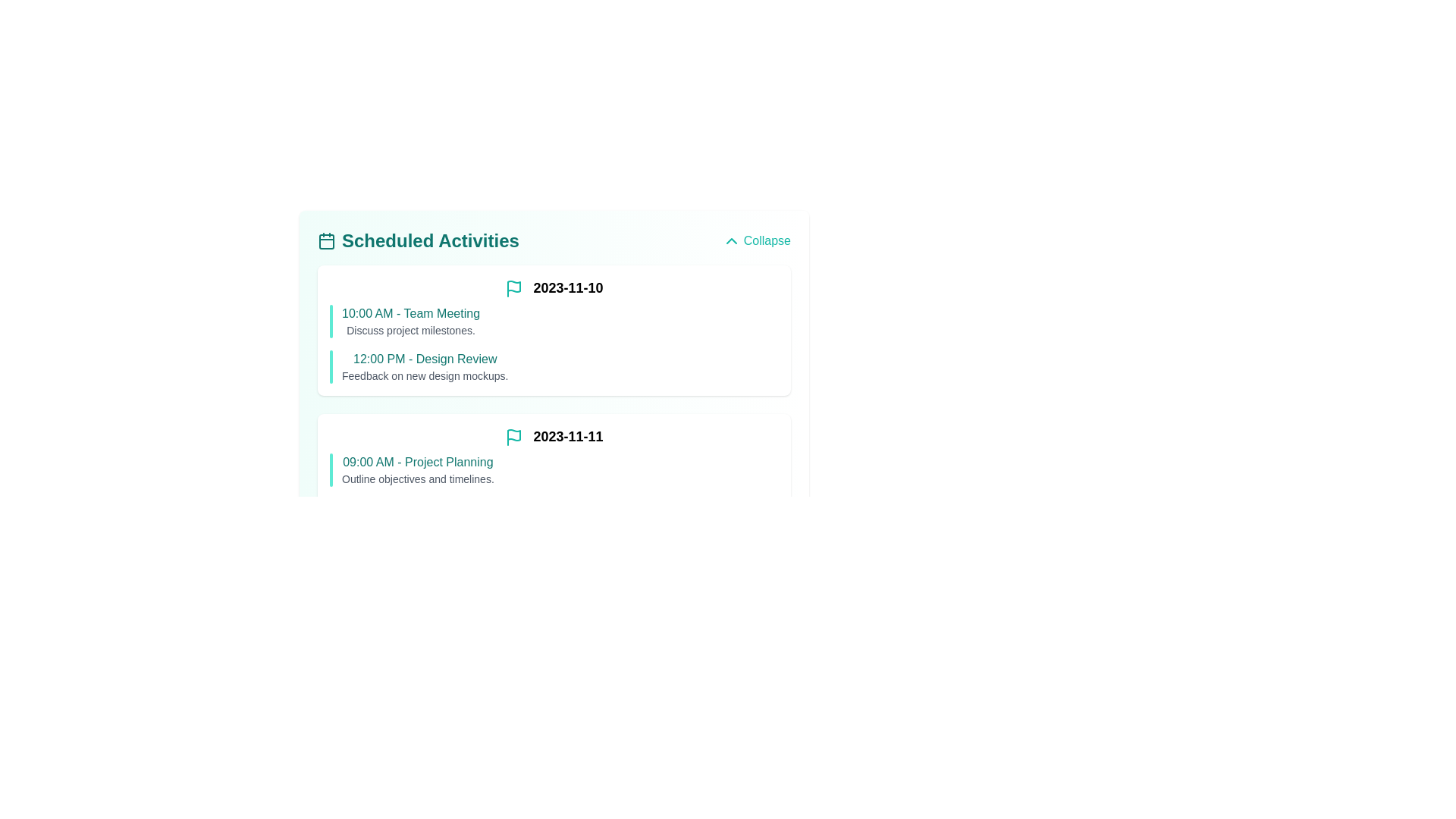 This screenshot has height=819, width=1456. I want to click on the List Item element that displays '12:00 PM - Design Review' with the teal-colored font and 'Feedback on new design mockups' below it, which is the second item in the event list for '2023-11-10', so click(425, 366).